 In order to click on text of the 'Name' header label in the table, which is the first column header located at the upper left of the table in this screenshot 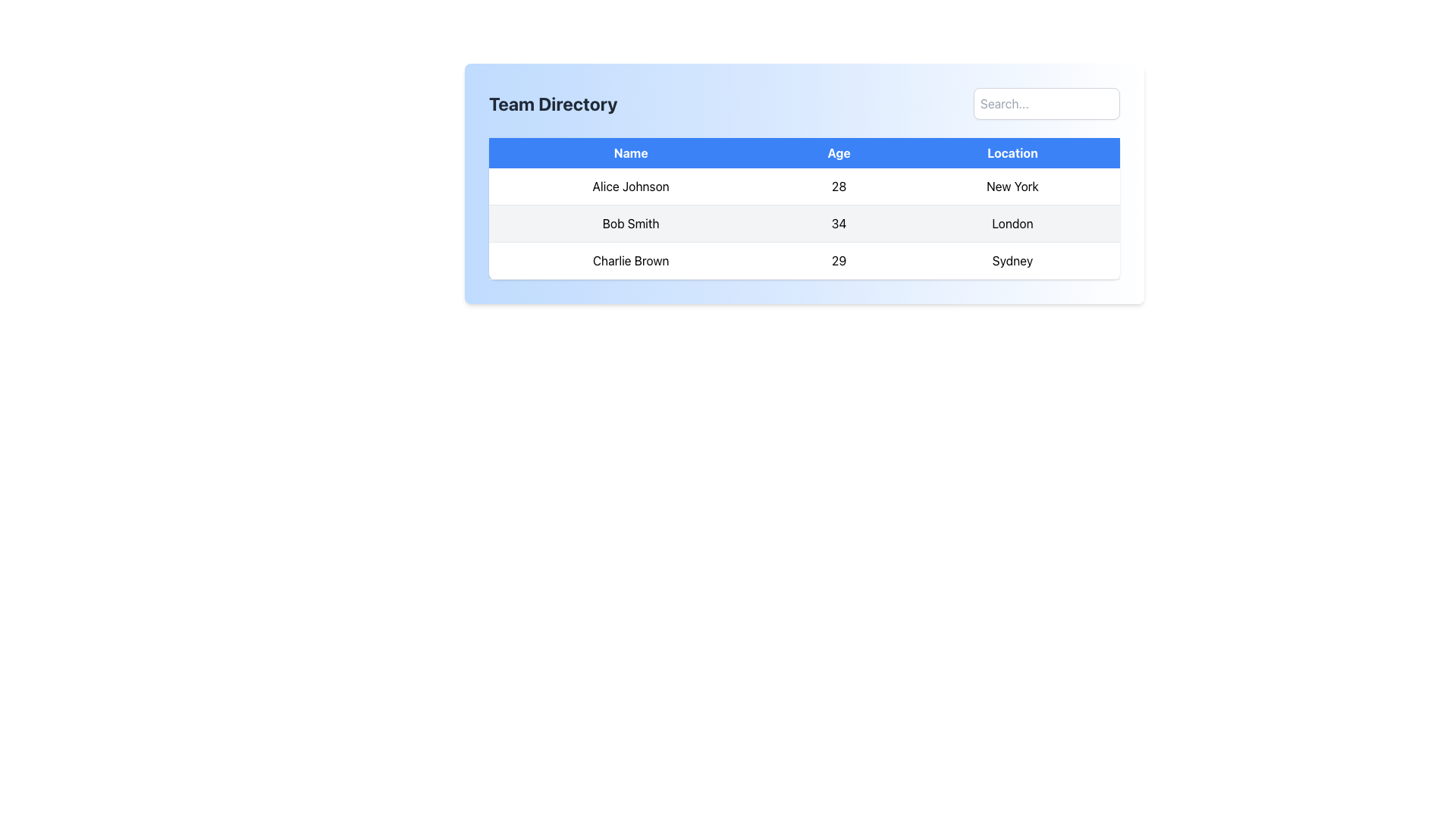, I will do `click(631, 152)`.